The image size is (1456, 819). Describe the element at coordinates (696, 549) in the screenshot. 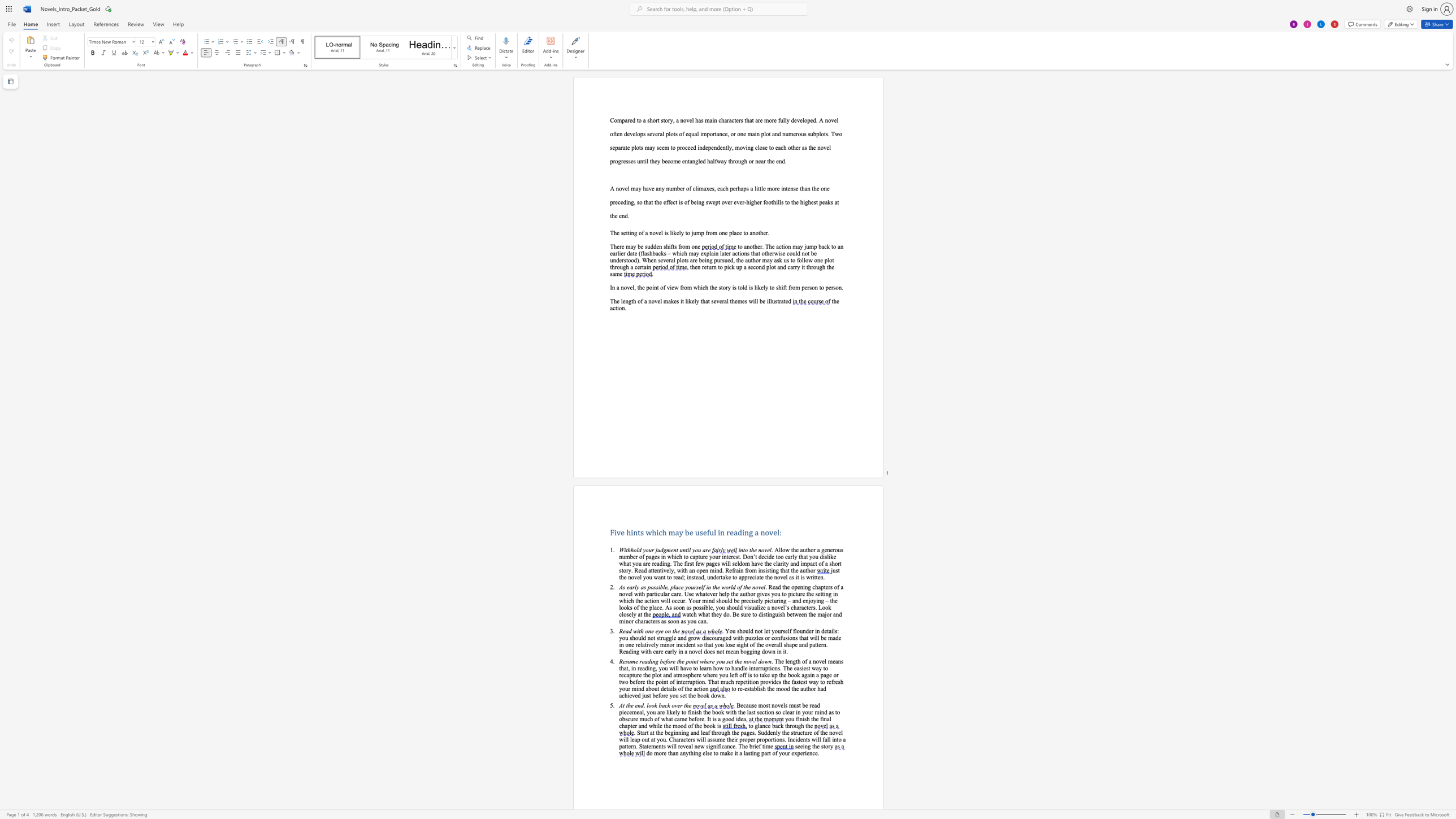

I see `the 3th character "o" in the text` at that location.